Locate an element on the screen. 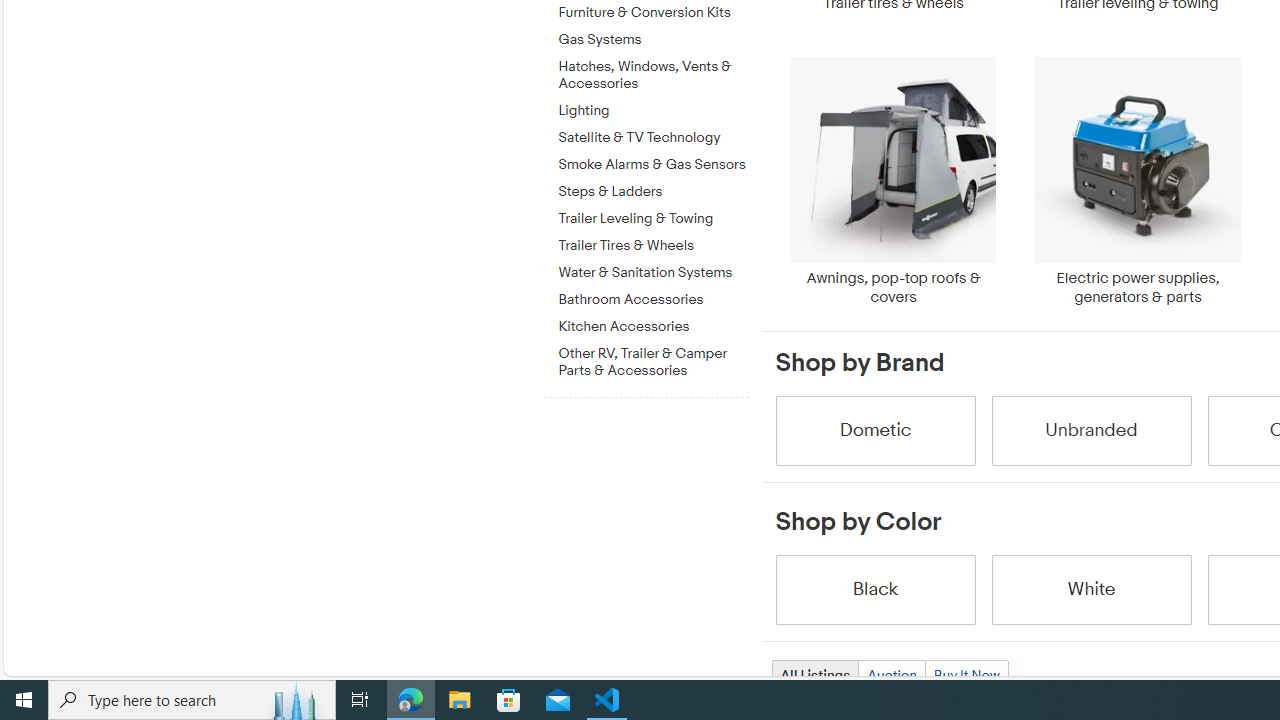 The height and width of the screenshot is (720, 1280). 'Dometic' is located at coordinates (874, 429).